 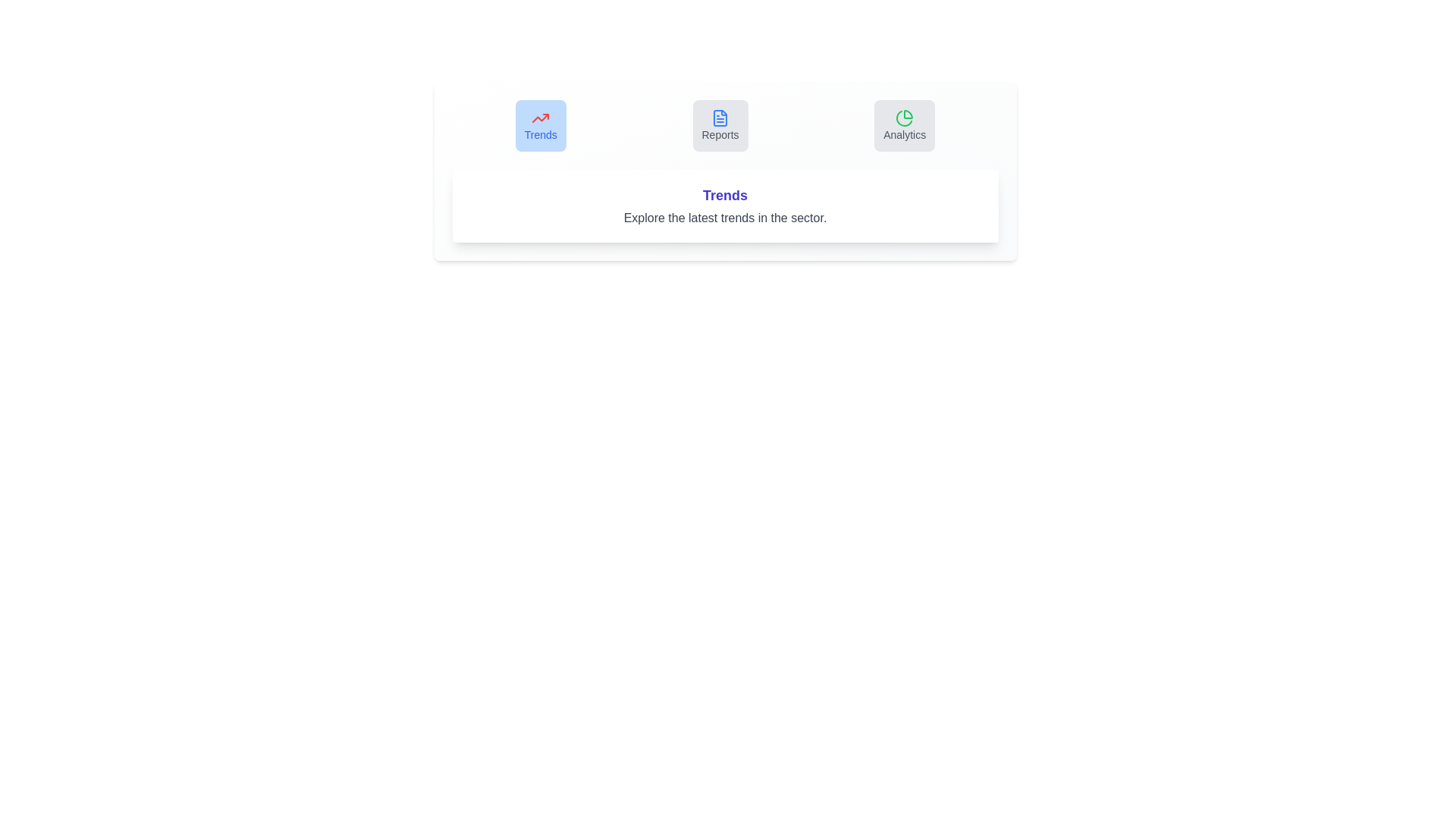 I want to click on the tab labeled Reports and analyze its content, so click(x=720, y=124).